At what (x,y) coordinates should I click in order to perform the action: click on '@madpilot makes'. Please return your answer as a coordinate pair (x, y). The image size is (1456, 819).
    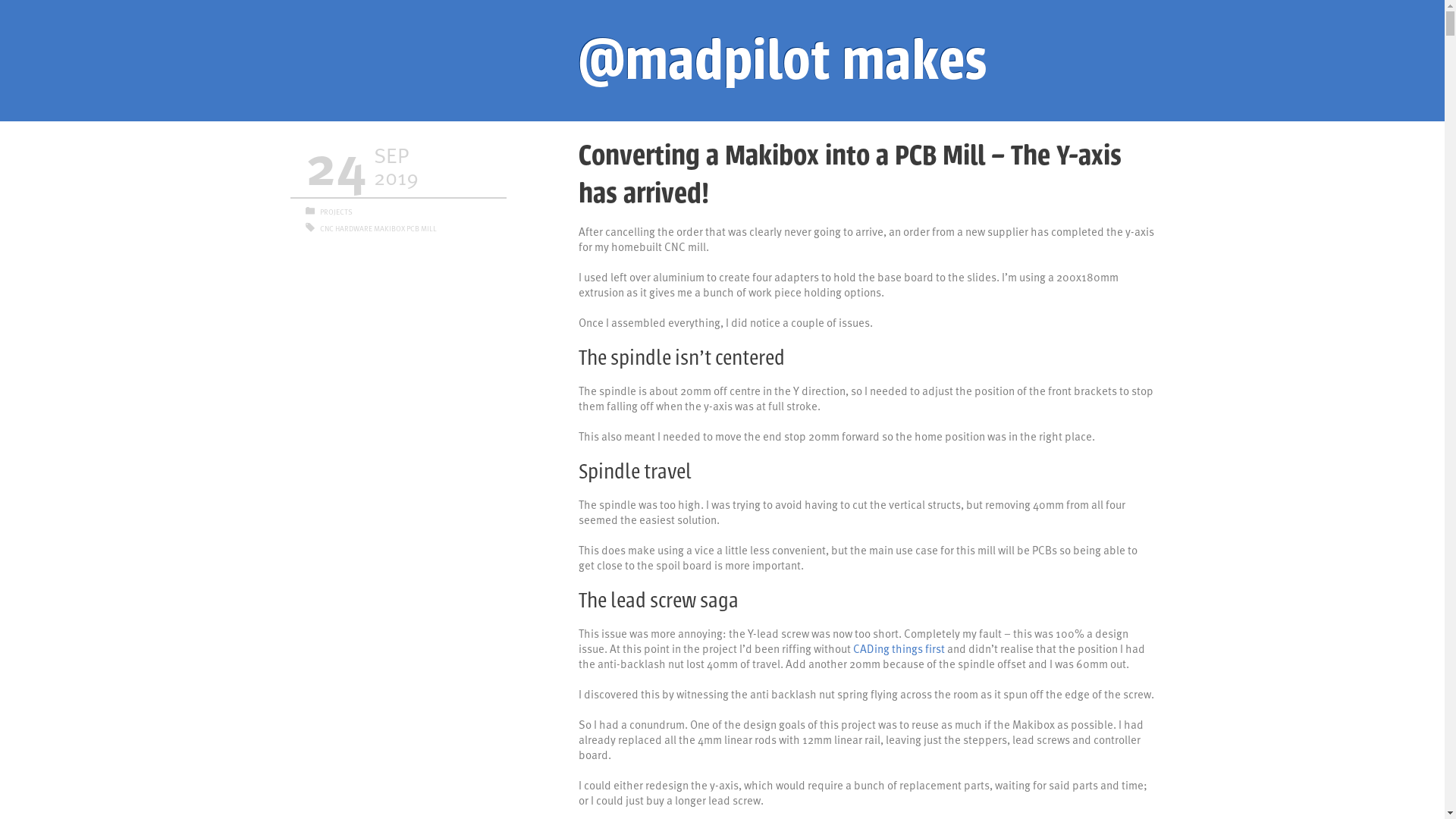
    Looking at the image, I should click on (577, 60).